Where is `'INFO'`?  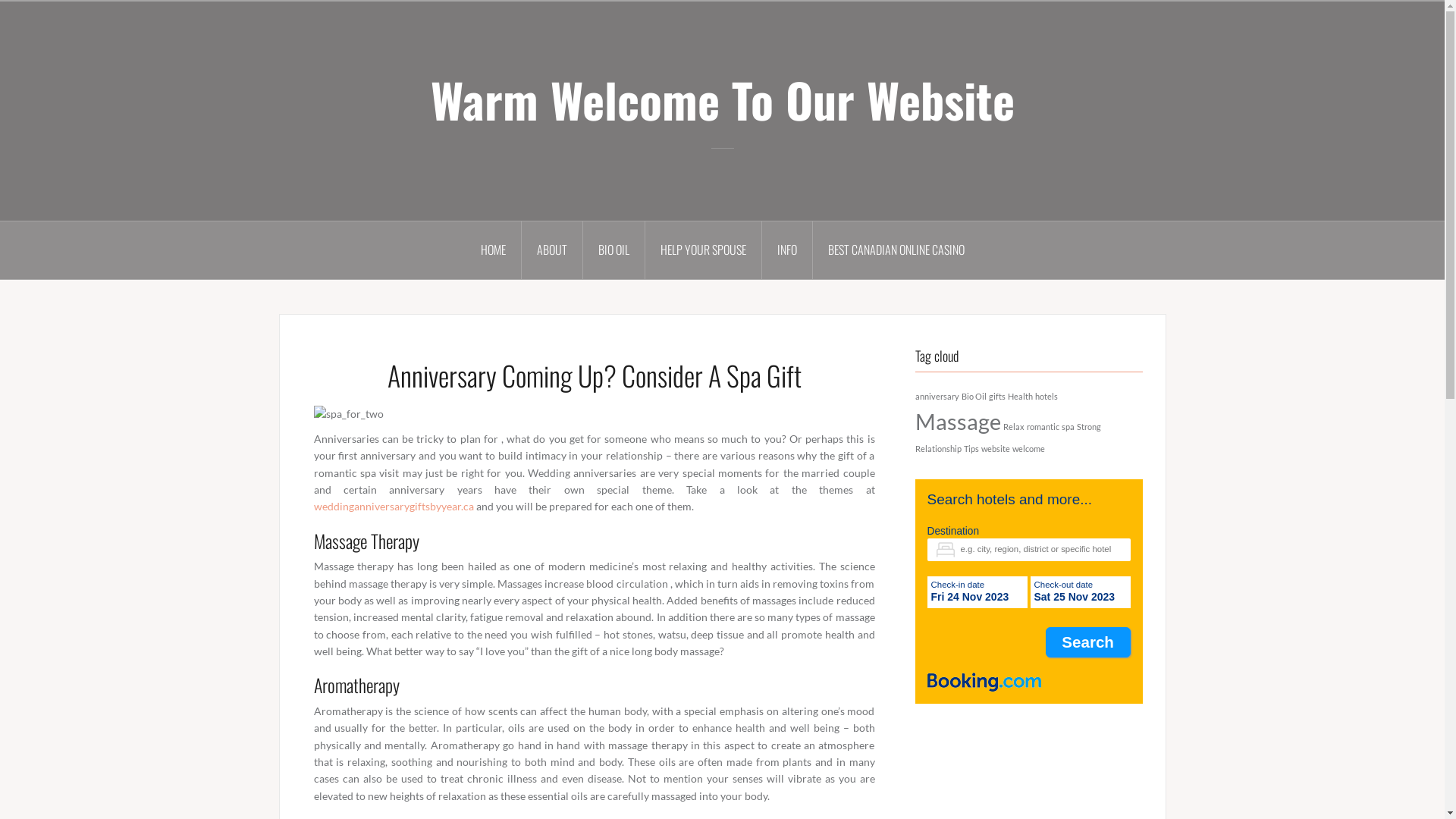
'INFO' is located at coordinates (786, 249).